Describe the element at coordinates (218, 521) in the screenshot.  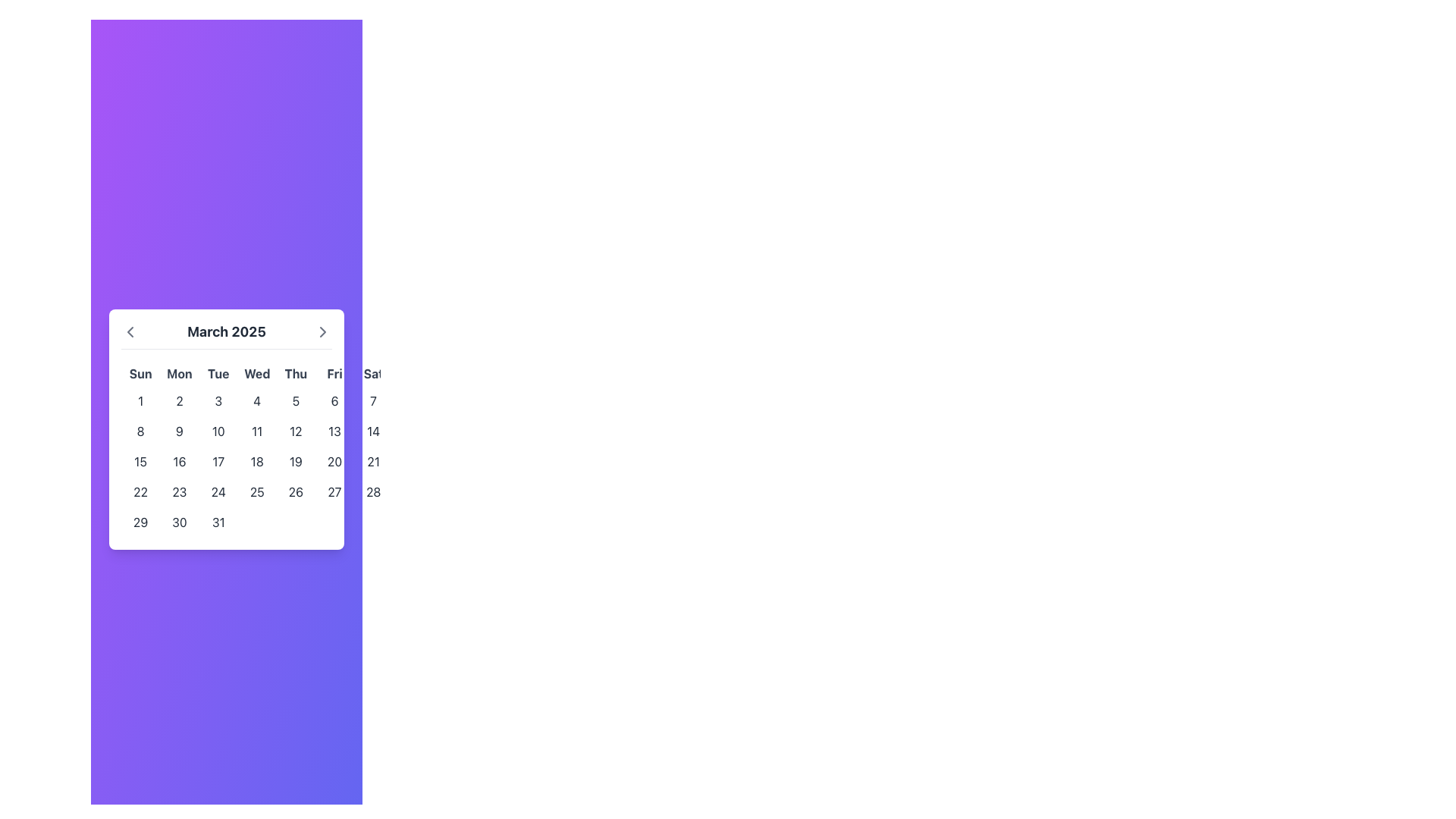
I see `the square button labeled '31' in the last row of the calendar grid for accessible mode` at that location.